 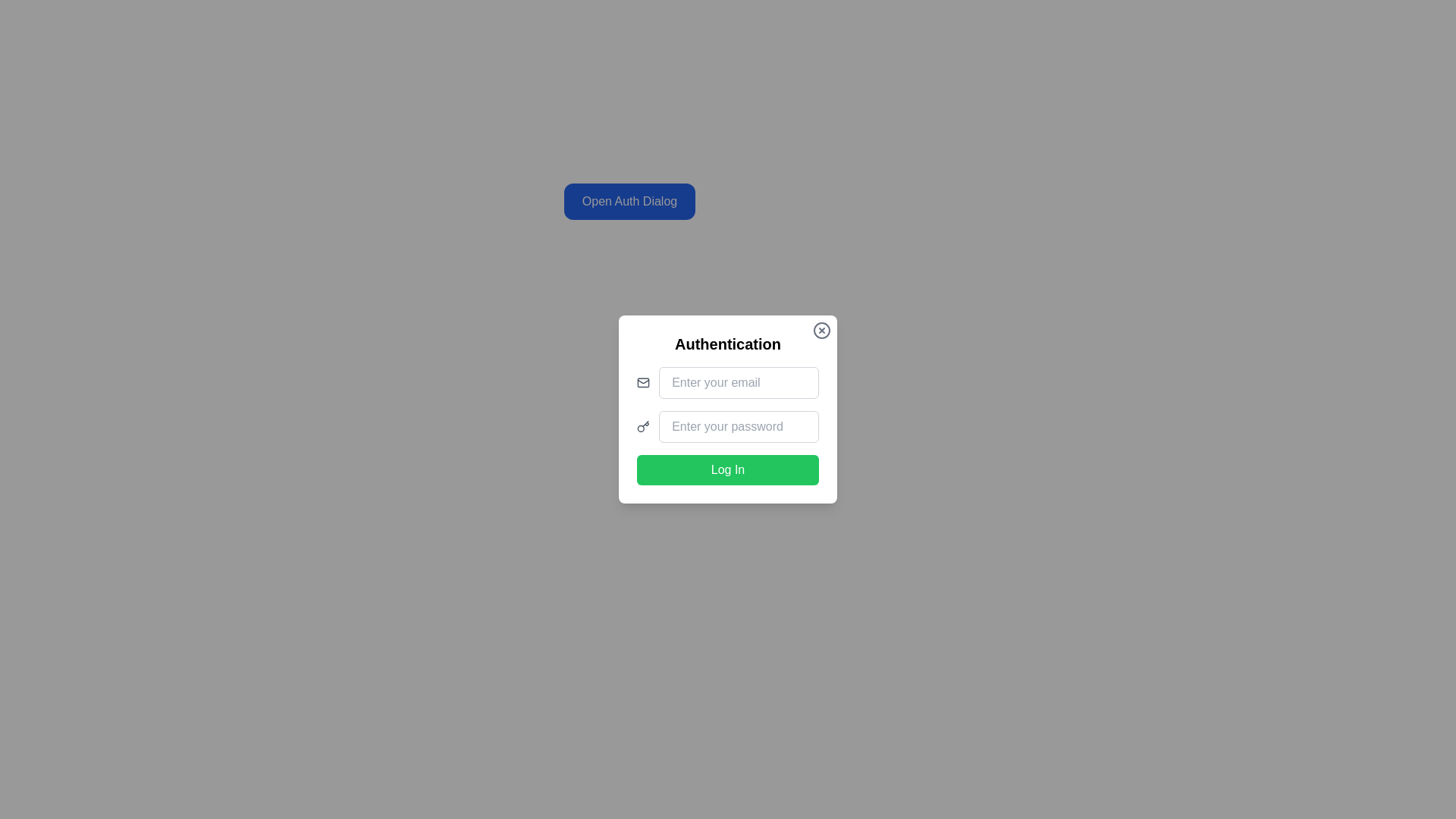 I want to click on the static text element that serves as a heading for the authentication dialog box, located at the center top of the dialog interface, so click(x=728, y=344).